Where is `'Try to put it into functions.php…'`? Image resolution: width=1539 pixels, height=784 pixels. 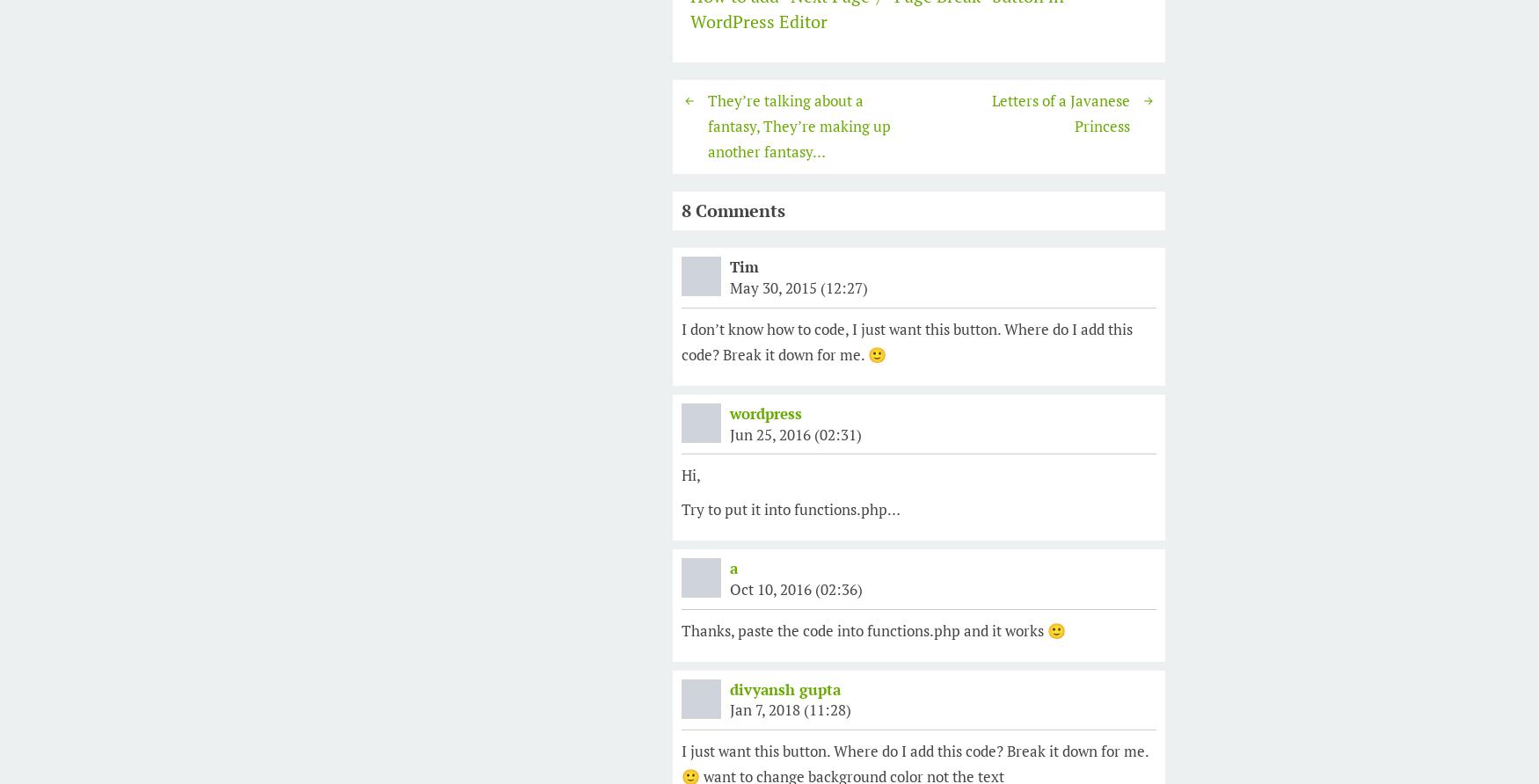
'Try to put it into functions.php…' is located at coordinates (681, 508).